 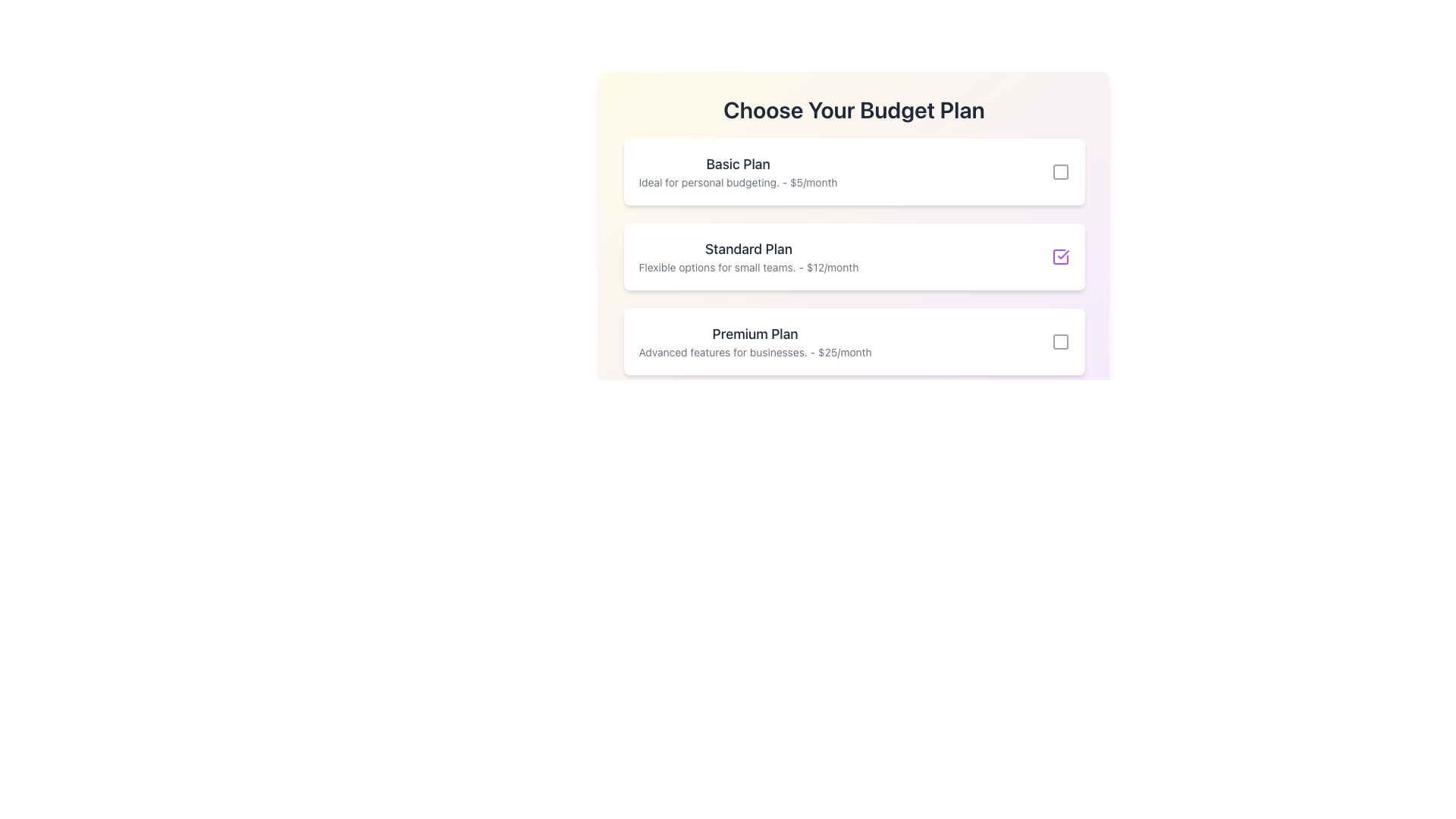 I want to click on the Premium Plan option in the pricing selection interface, so click(x=854, y=342).